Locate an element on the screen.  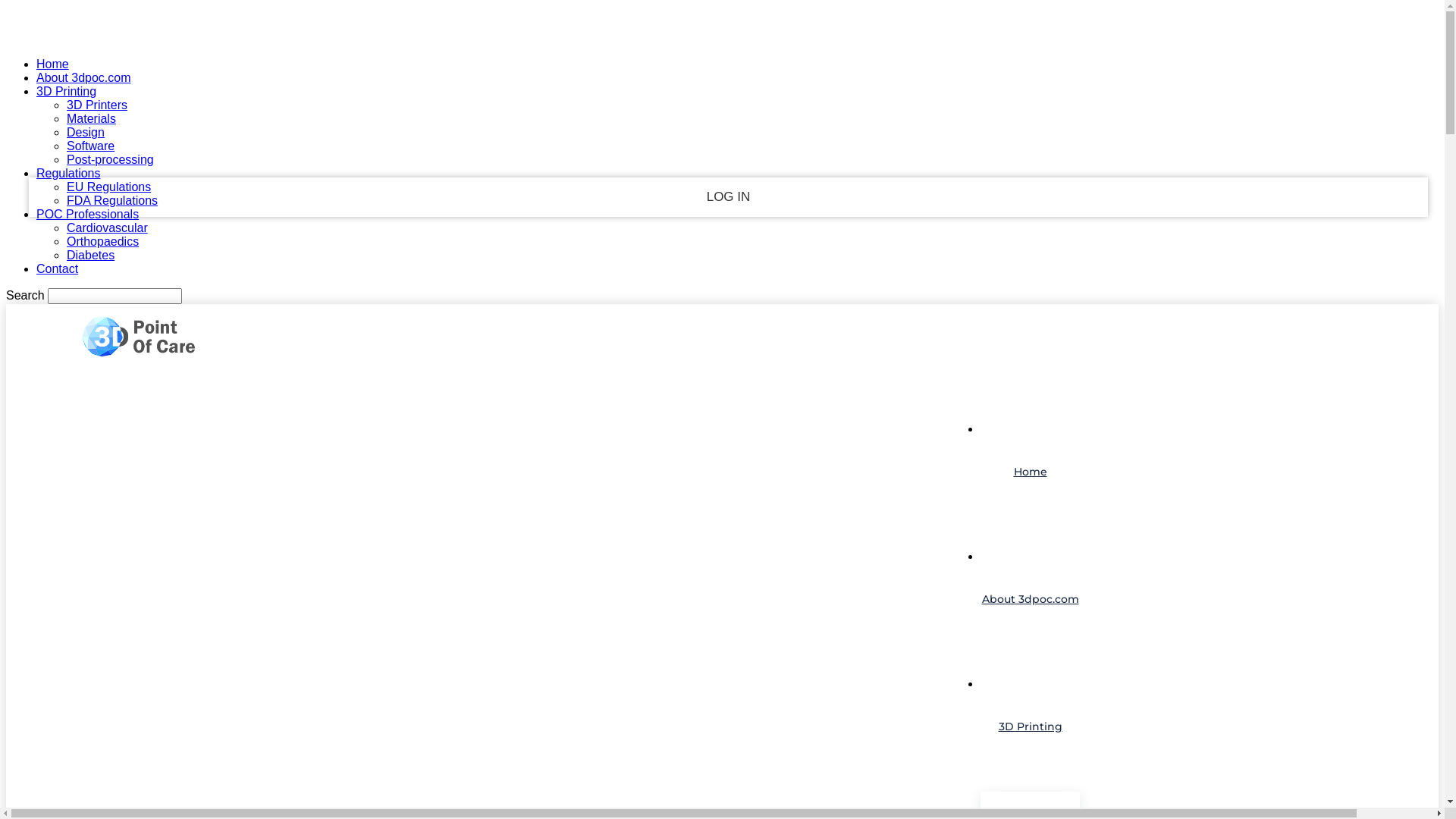
'EU Regulations' is located at coordinates (108, 186).